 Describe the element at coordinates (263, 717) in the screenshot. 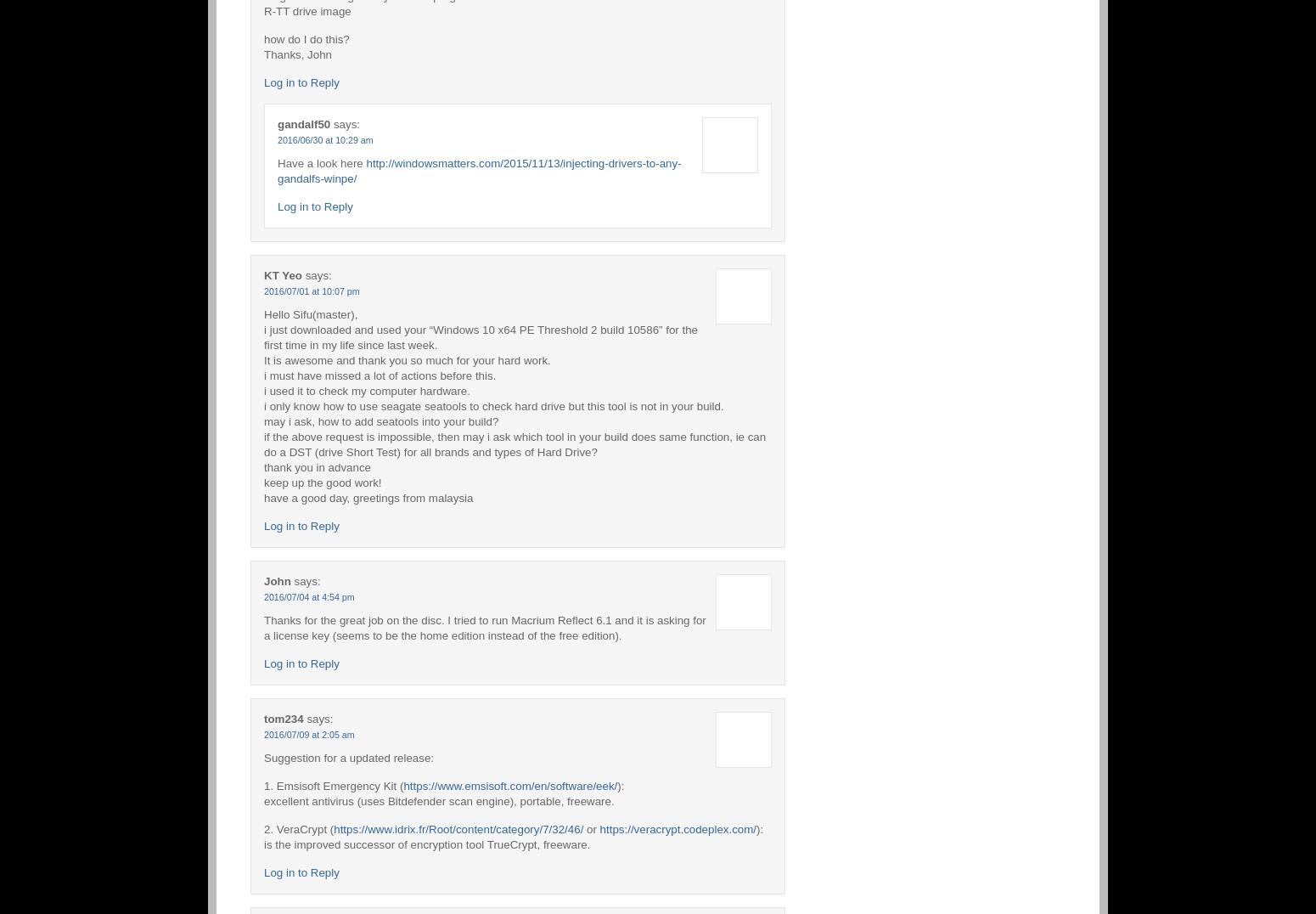

I see `'tom234'` at that location.